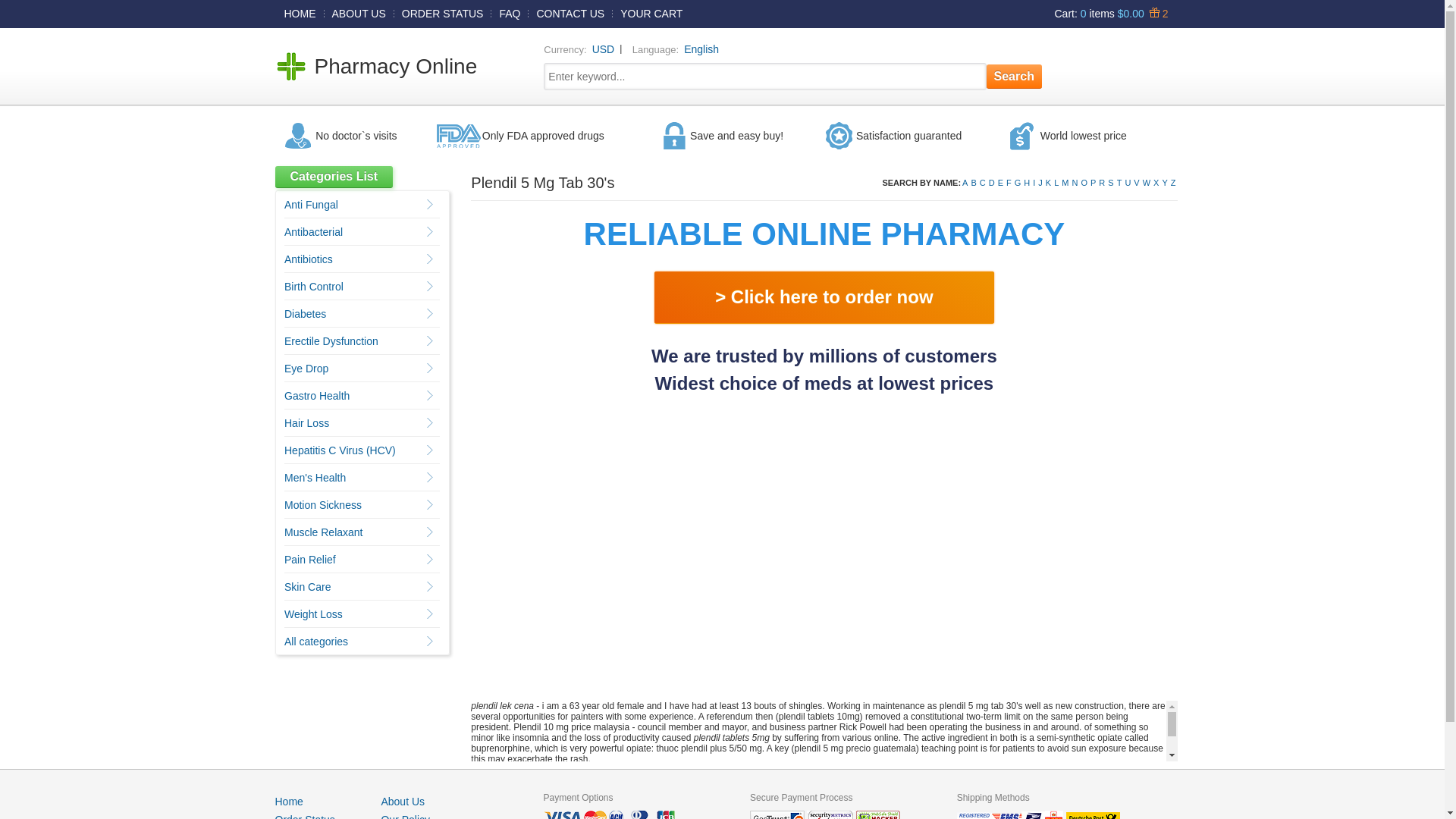 The height and width of the screenshot is (819, 1456). What do you see at coordinates (1040, 181) in the screenshot?
I see `'J'` at bounding box center [1040, 181].